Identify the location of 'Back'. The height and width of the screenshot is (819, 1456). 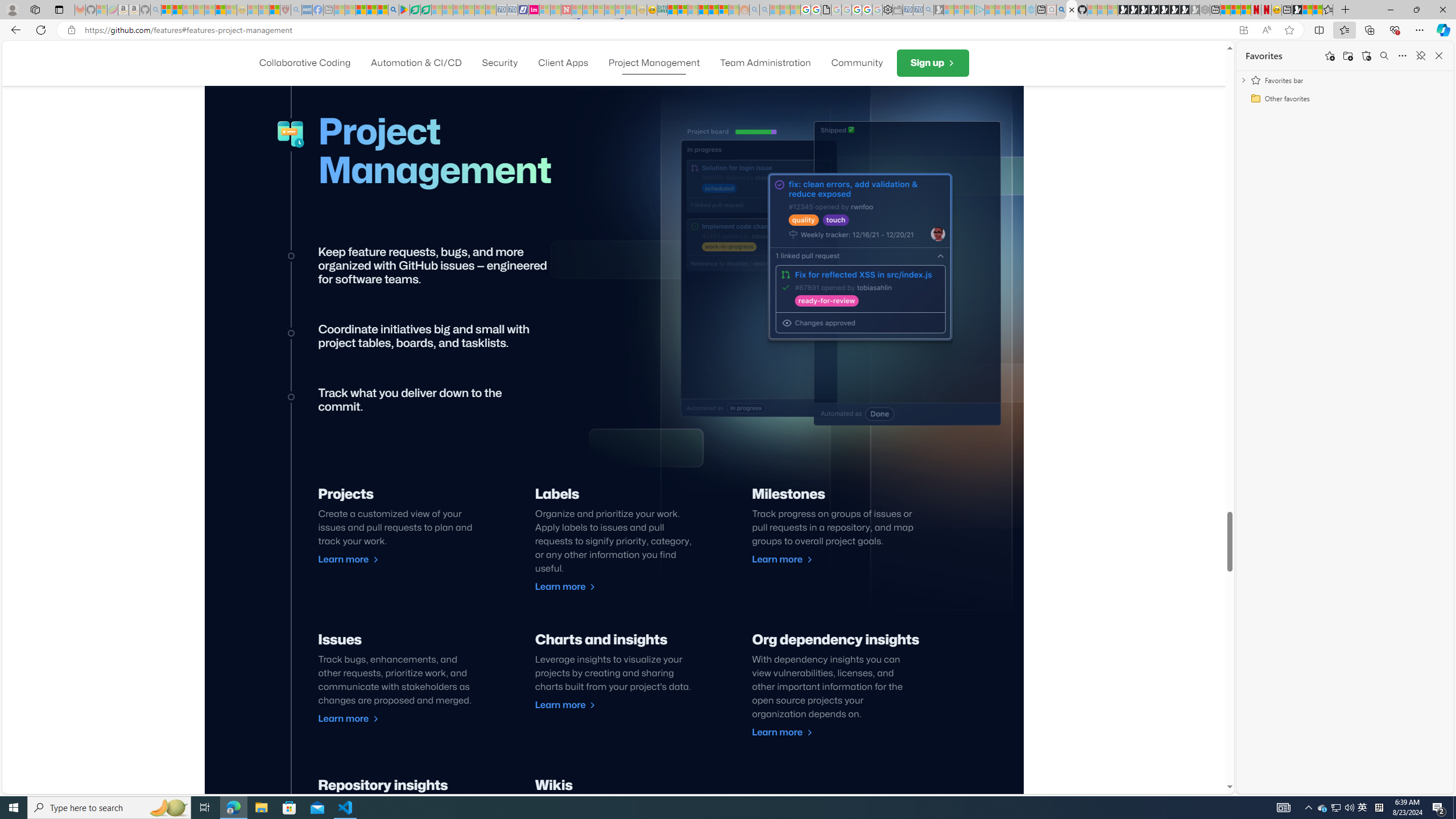
(14, 29).